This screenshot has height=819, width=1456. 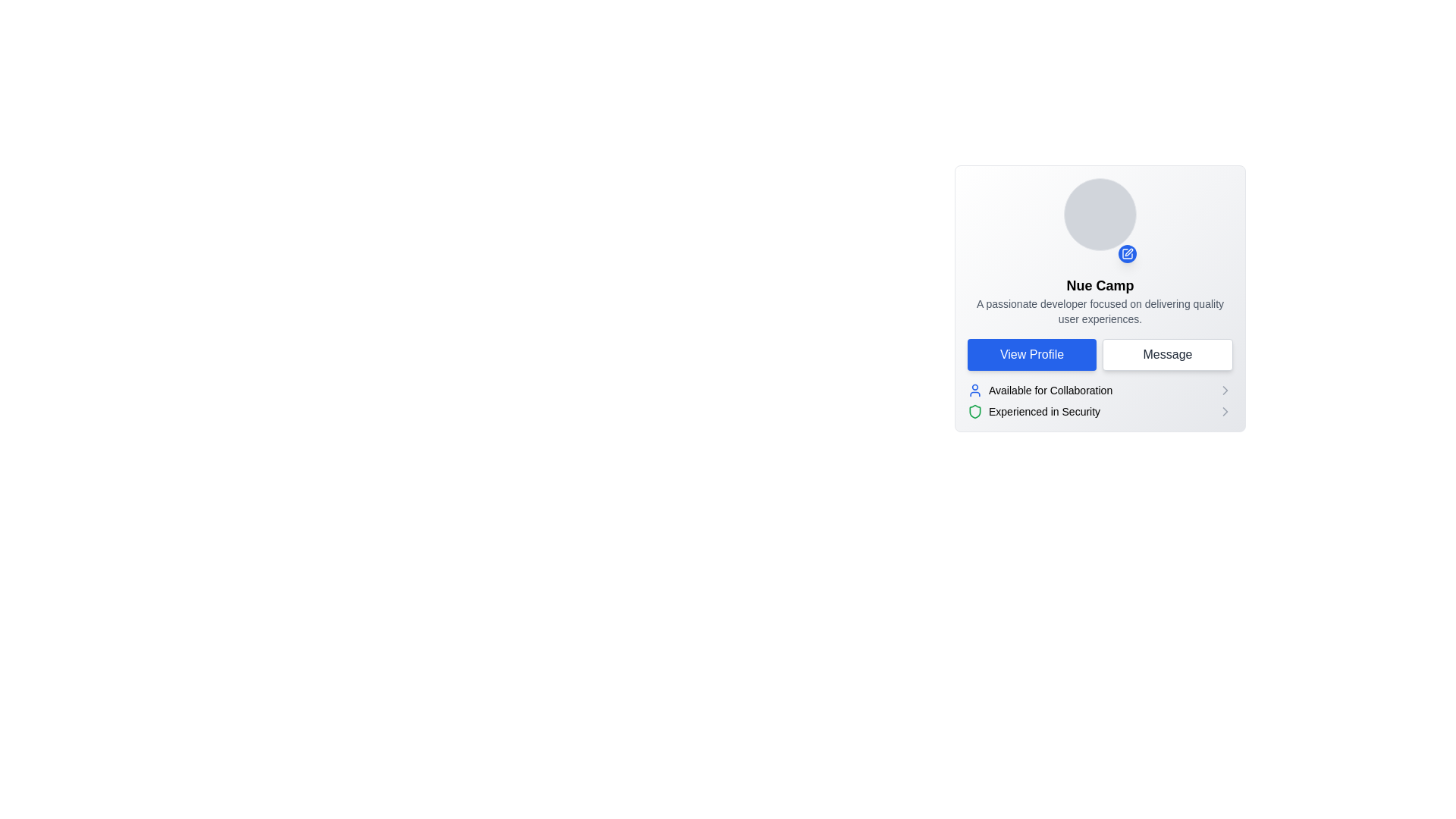 What do you see at coordinates (1100, 220) in the screenshot?
I see `the circular profile image placeholder with an edit button located at the top of the user information card` at bounding box center [1100, 220].